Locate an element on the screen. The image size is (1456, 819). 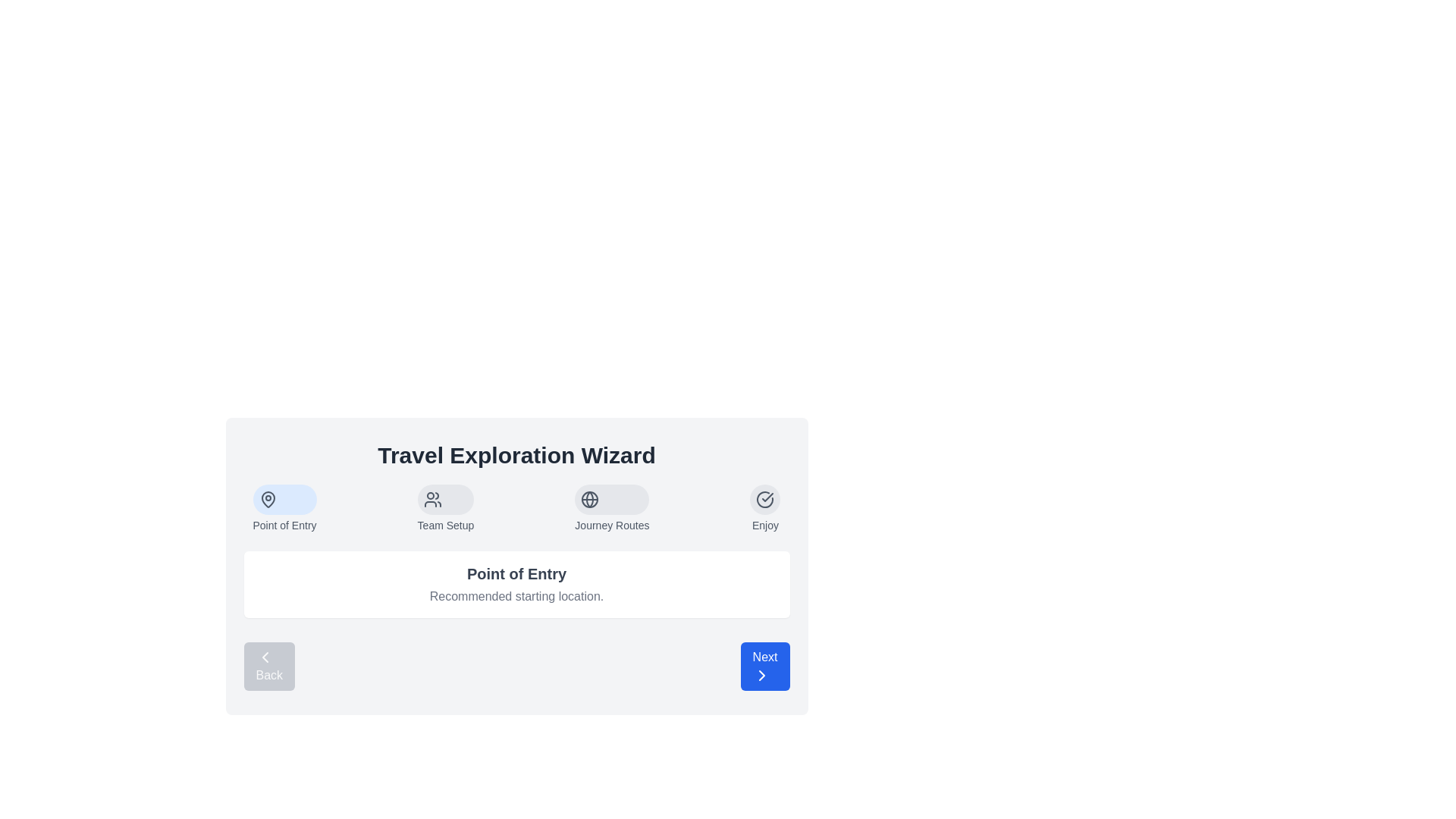
the blue map pin icon located to the left of the 'Point of Entry' text to interact with its related functionality is located at coordinates (268, 500).